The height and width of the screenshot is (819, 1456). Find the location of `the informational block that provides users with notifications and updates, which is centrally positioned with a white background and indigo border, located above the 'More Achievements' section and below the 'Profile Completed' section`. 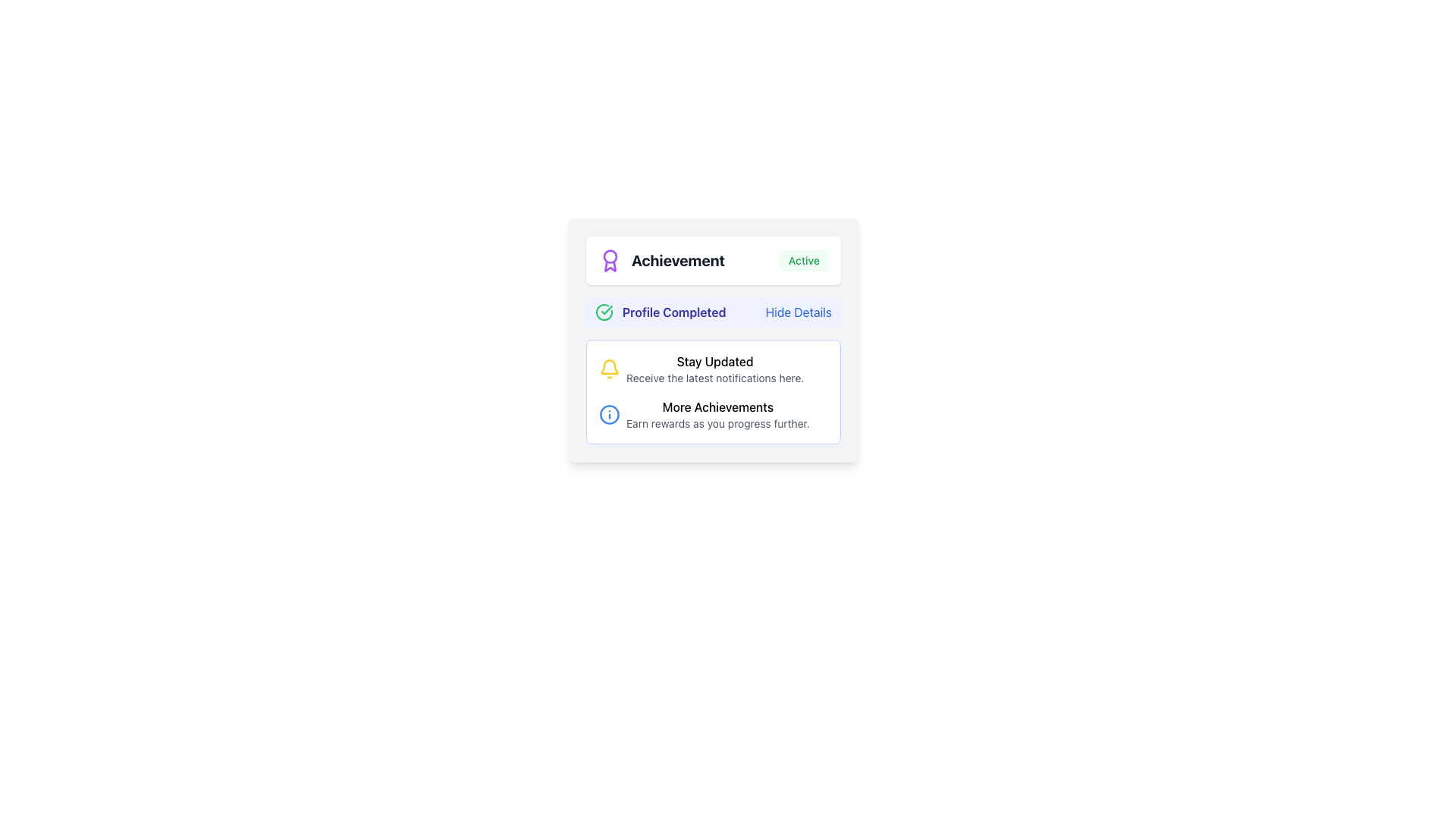

the informational block that provides users with notifications and updates, which is centrally positioned with a white background and indigo border, located above the 'More Achievements' section and below the 'Profile Completed' section is located at coordinates (712, 369).